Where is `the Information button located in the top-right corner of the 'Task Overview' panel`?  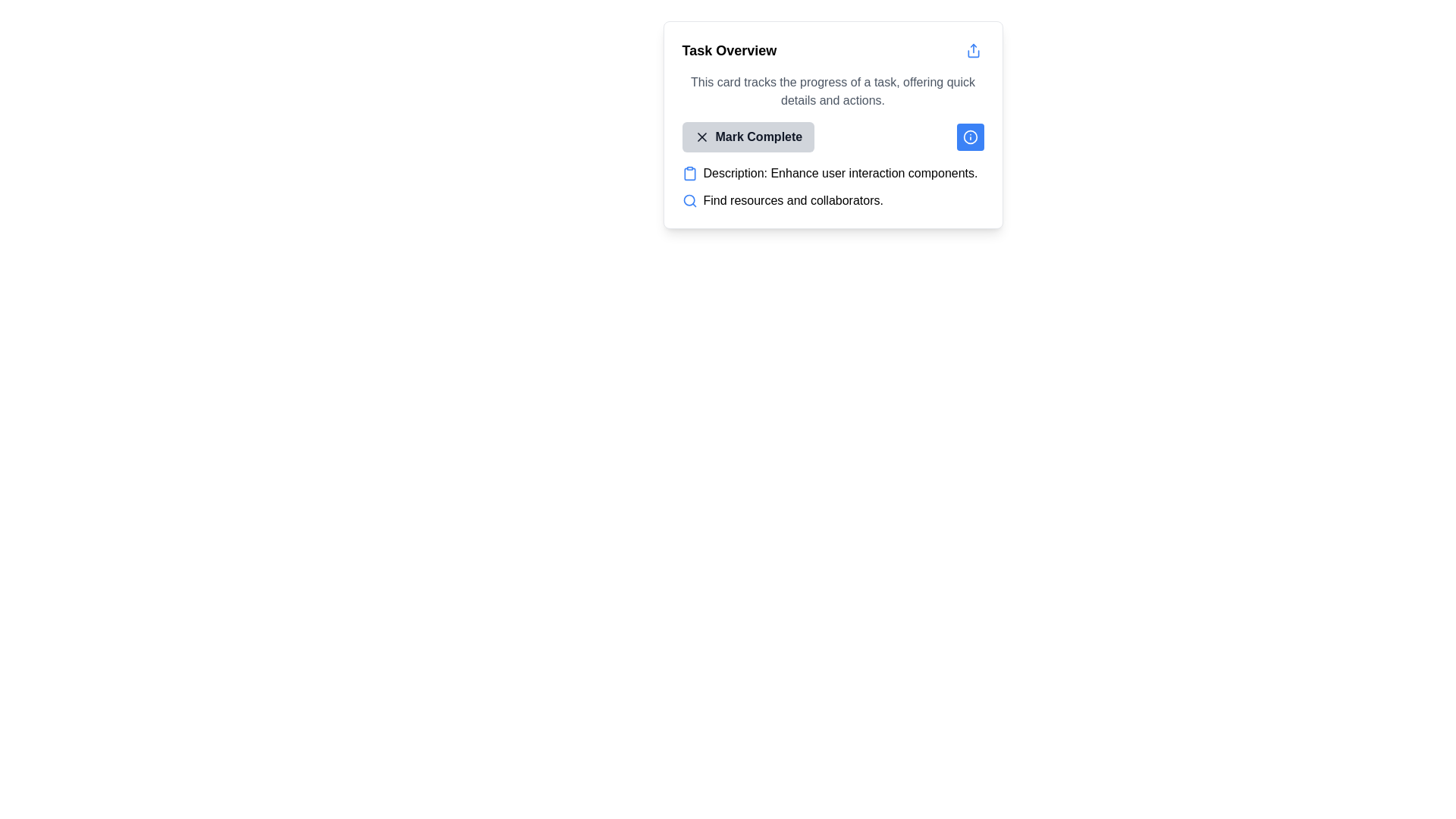
the Information button located in the top-right corner of the 'Task Overview' panel is located at coordinates (969, 137).